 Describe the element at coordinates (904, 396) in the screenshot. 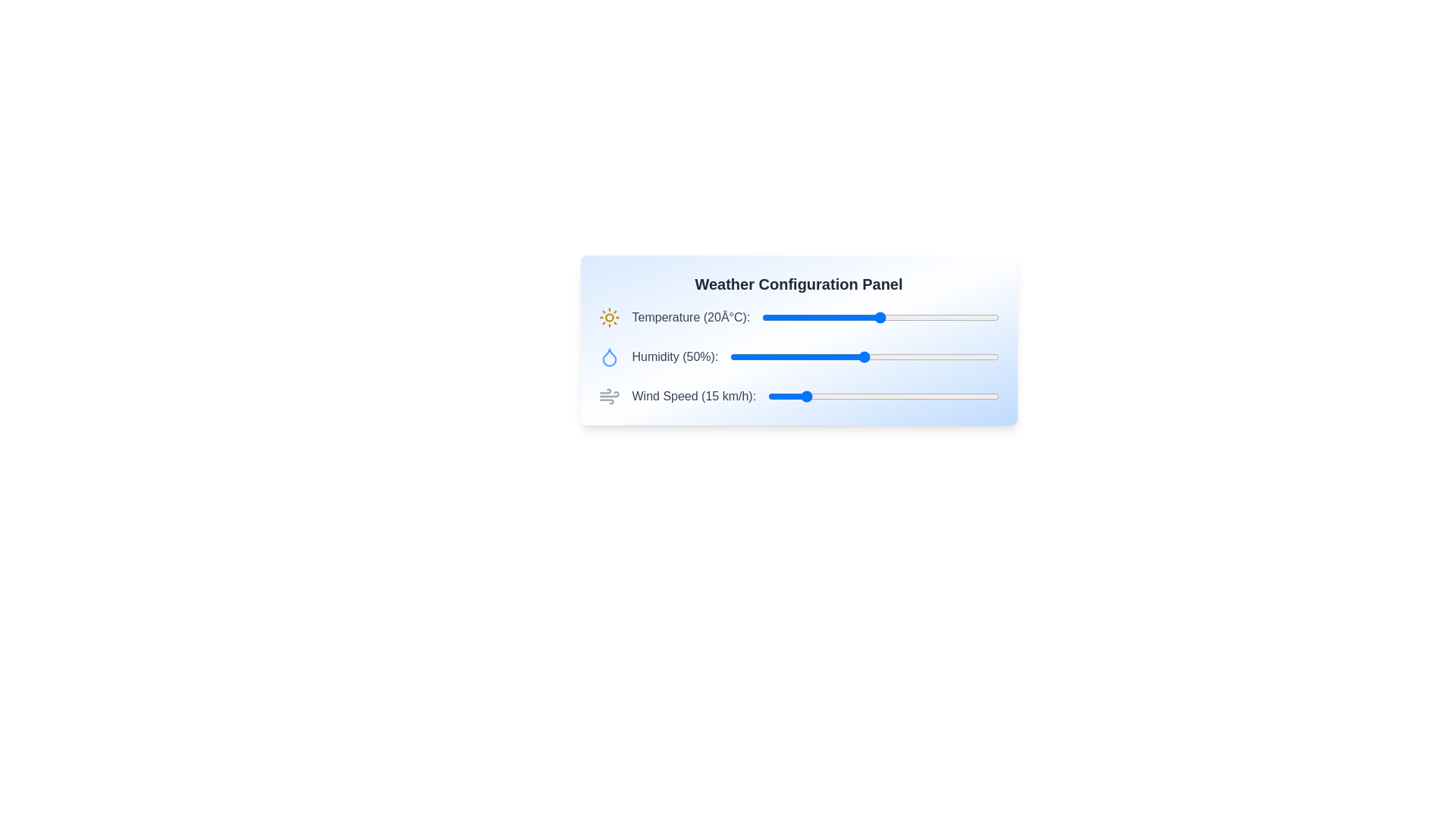

I see `the wind speed slider to 59 km/h` at that location.